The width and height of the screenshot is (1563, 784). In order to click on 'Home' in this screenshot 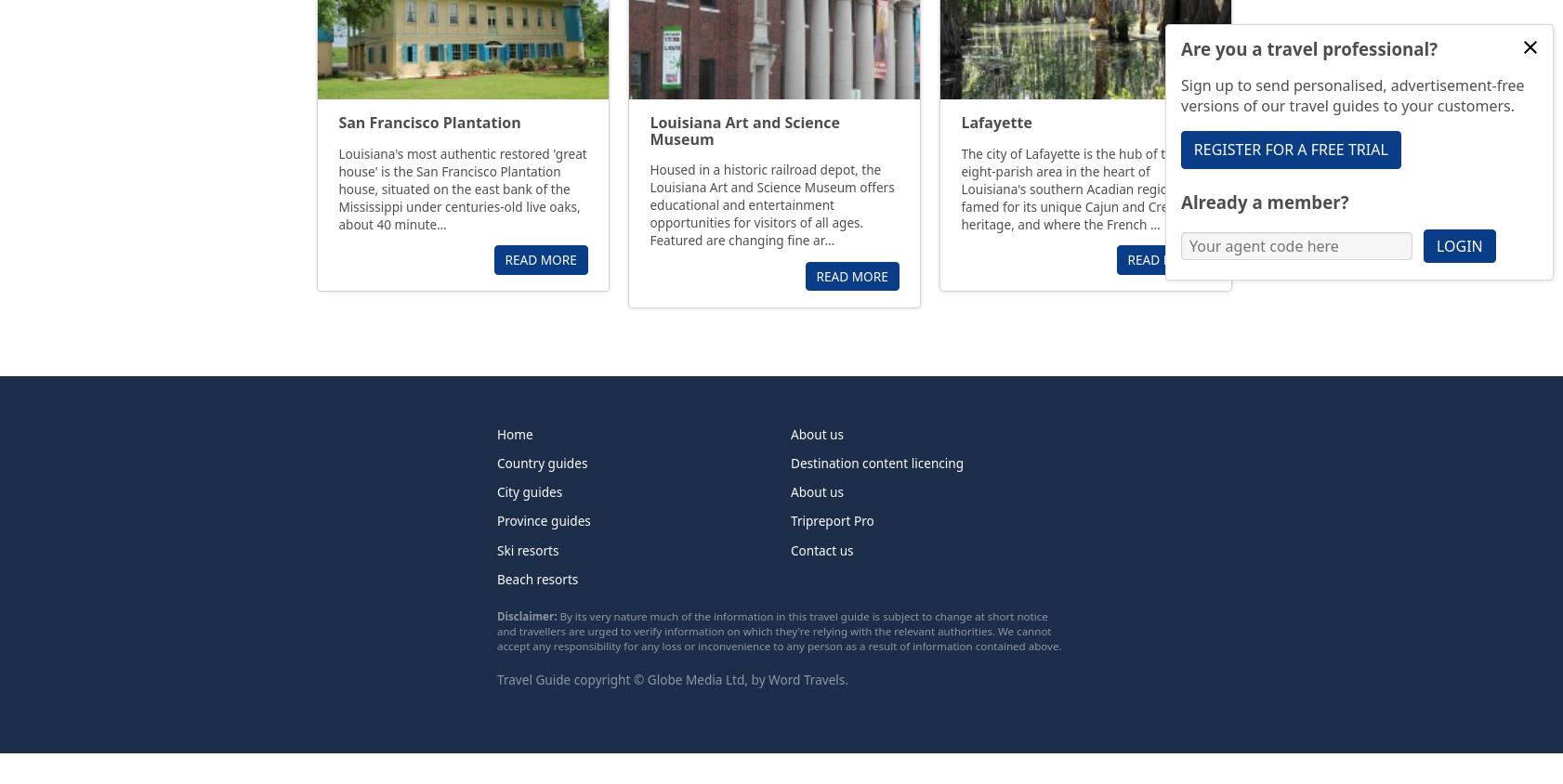, I will do `click(497, 432)`.